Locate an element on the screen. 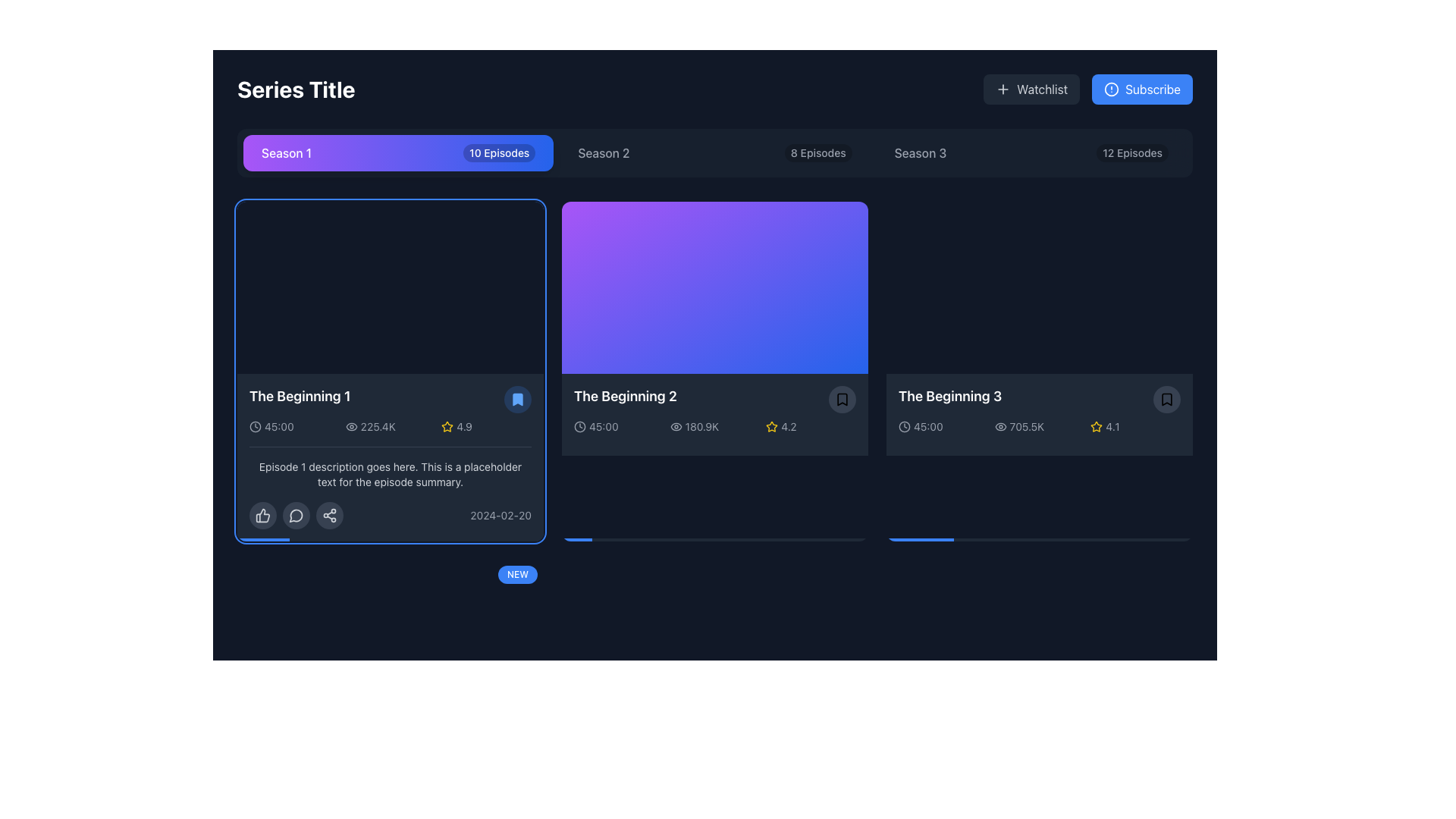 The image size is (1456, 819). the 'Watchlist' text label within the button is located at coordinates (1041, 89).